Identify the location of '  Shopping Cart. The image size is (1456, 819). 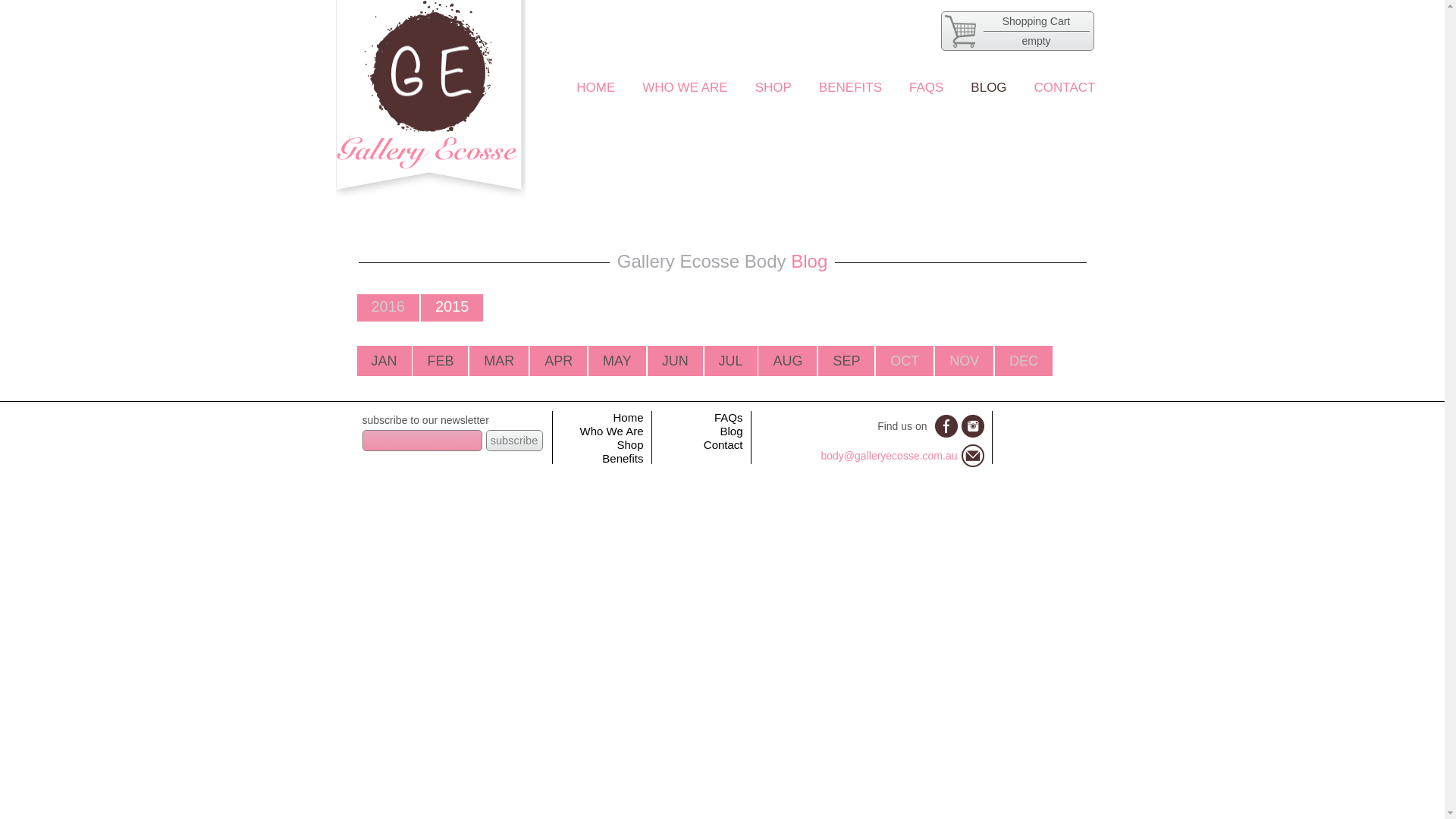
(939, 31).